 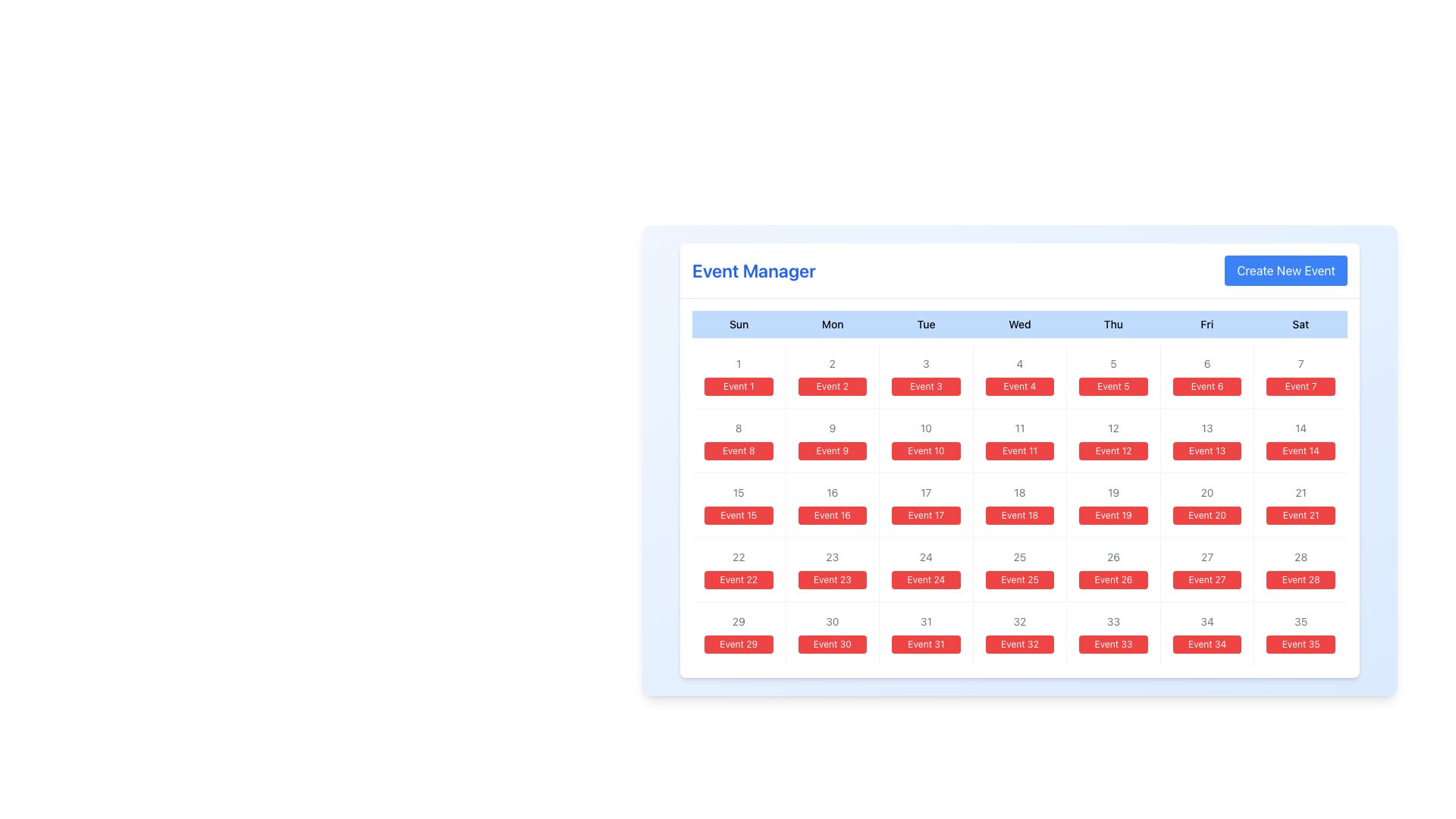 What do you see at coordinates (925, 385) in the screenshot?
I see `the button labeled 'Event 3' with a red background located below the gray-shaded number '3' in the calendar grid` at bounding box center [925, 385].